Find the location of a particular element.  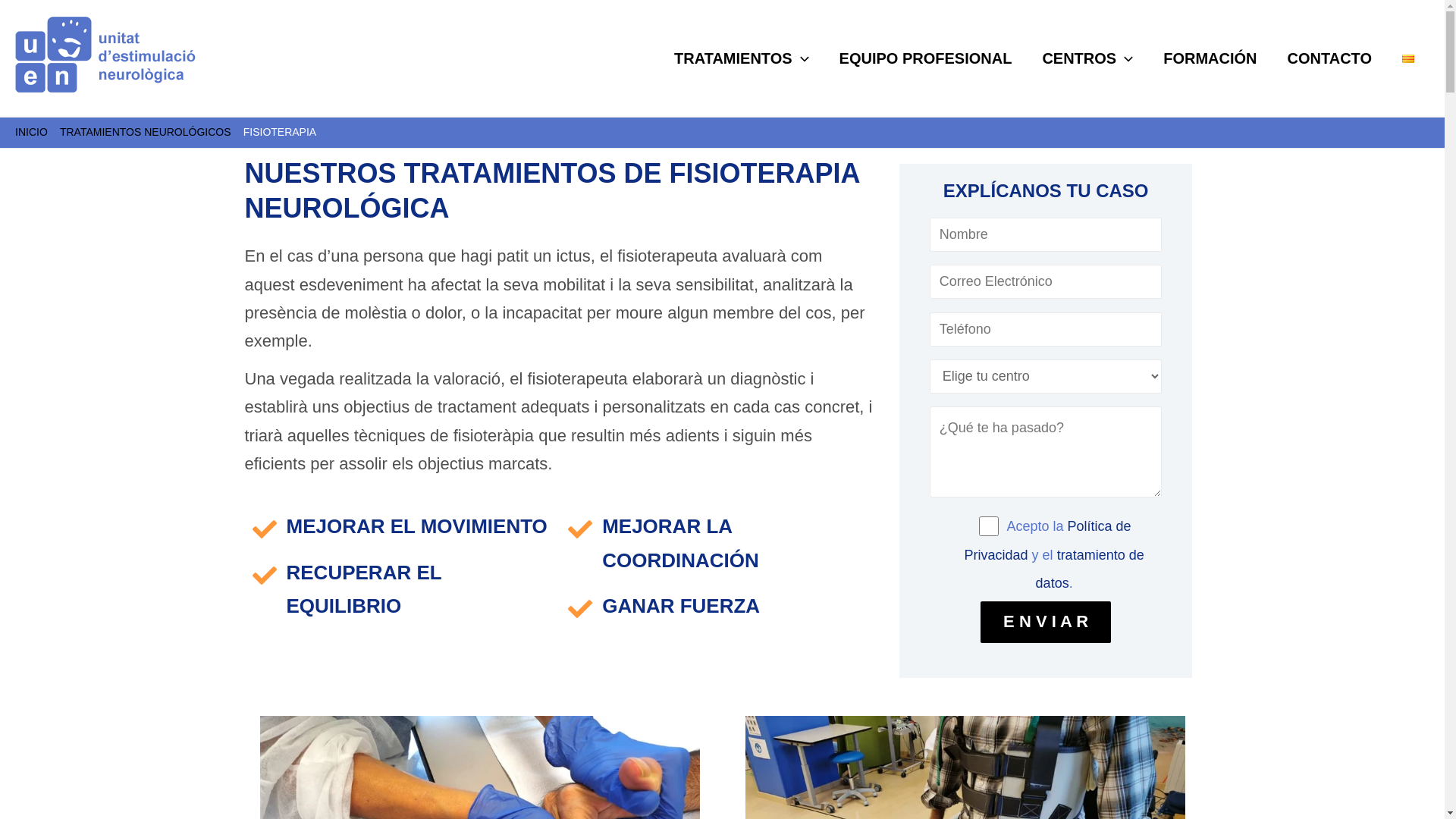

'TRATAMIENTOS' is located at coordinates (742, 58).